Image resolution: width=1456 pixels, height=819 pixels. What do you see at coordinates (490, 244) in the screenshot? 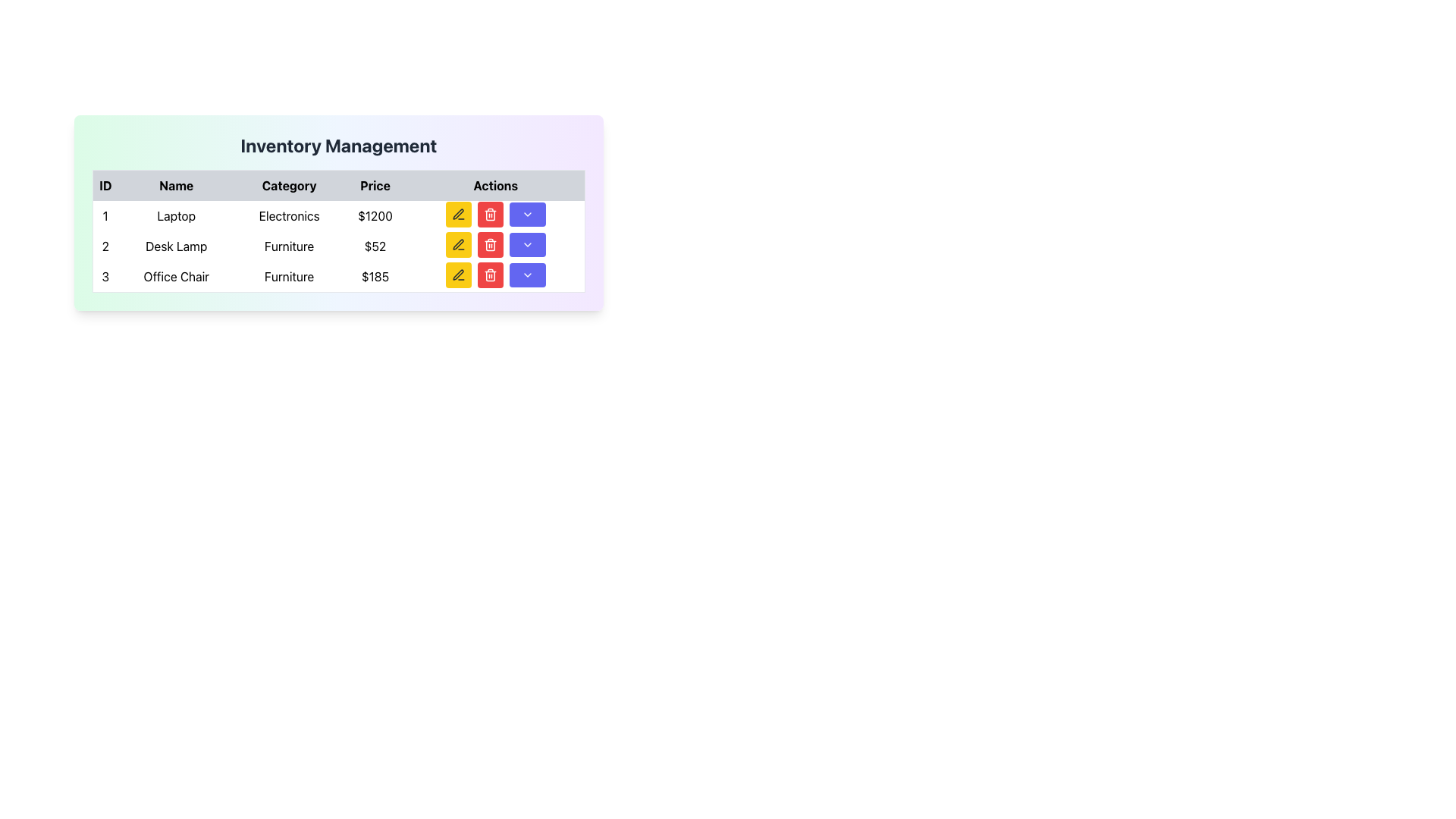
I see `the red trash icon button in the 'Actions' column of the data table` at bounding box center [490, 244].